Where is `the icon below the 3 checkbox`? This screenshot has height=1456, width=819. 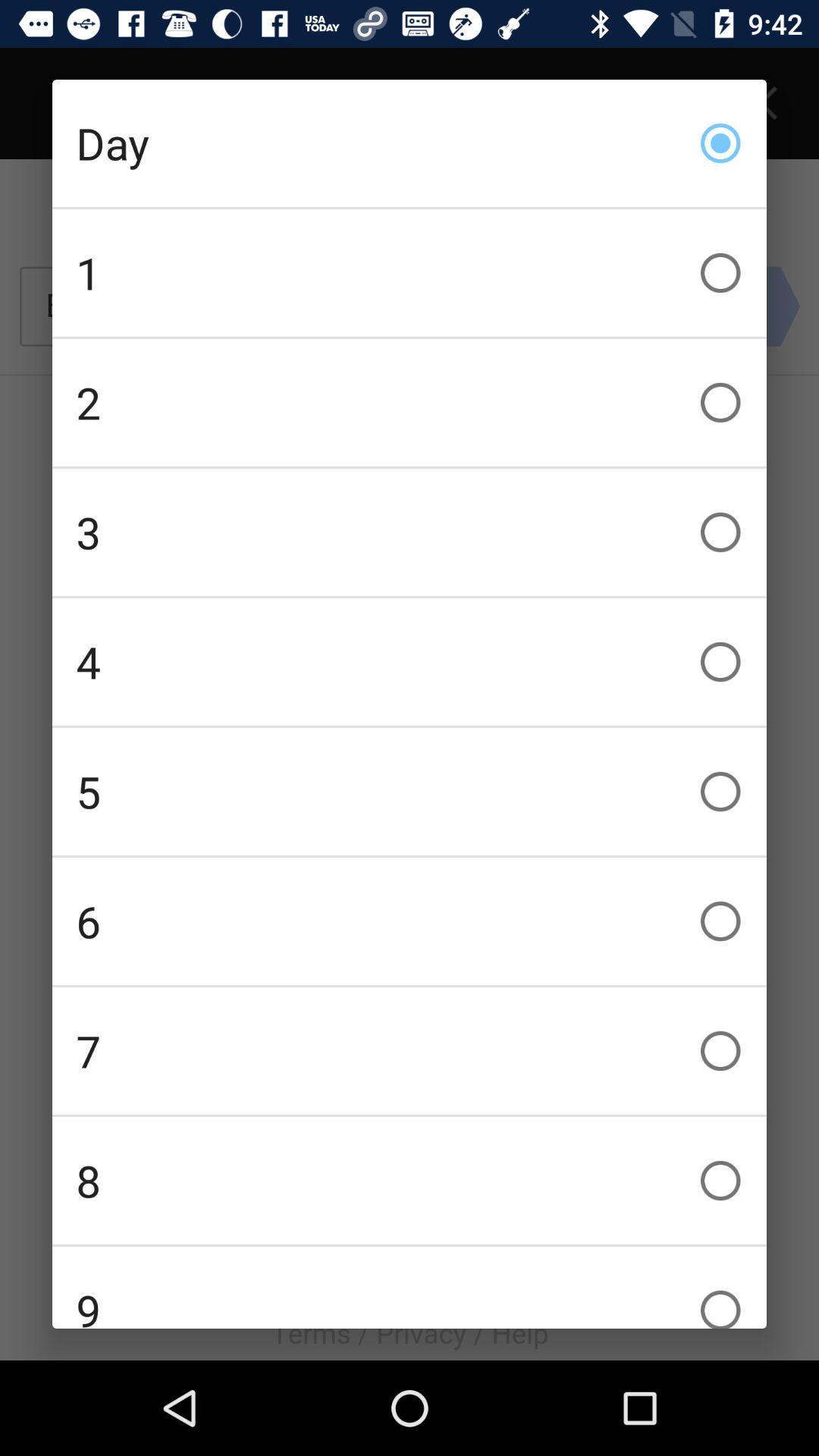
the icon below the 3 checkbox is located at coordinates (409, 662).